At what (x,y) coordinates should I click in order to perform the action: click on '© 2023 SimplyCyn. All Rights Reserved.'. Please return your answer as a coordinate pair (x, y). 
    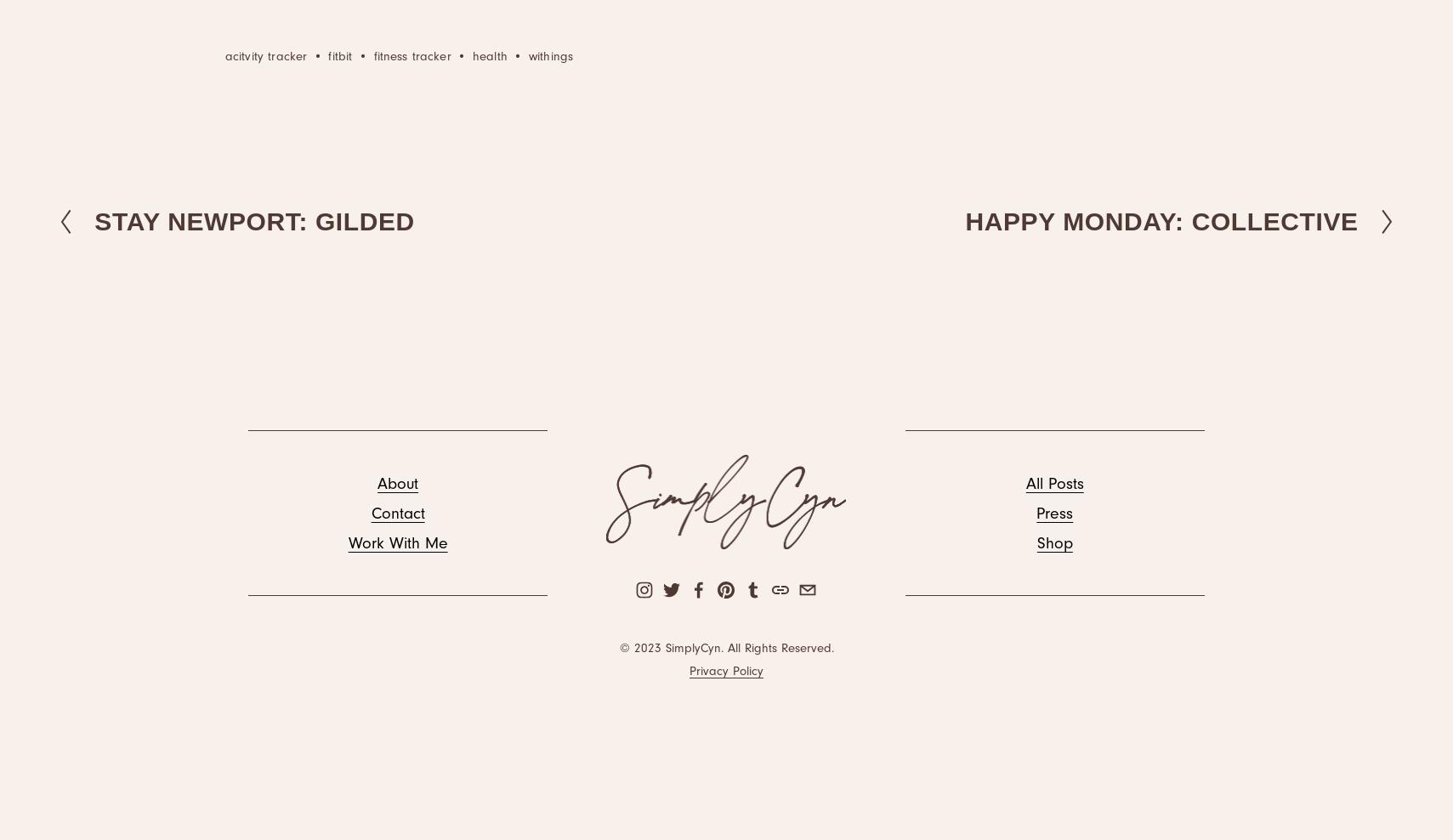
    Looking at the image, I should click on (724, 647).